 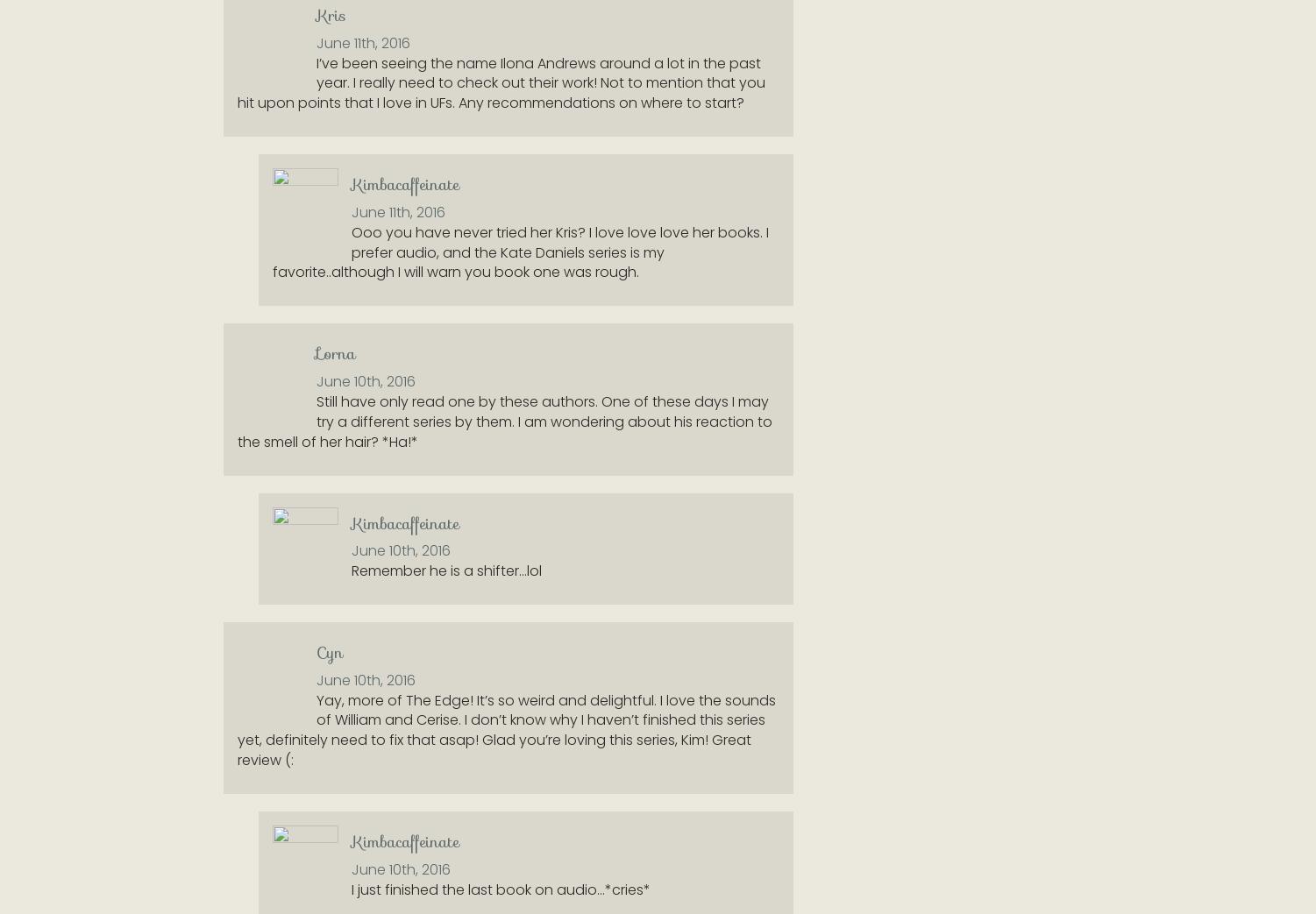 I want to click on 'I’ve been seeing the name Ilona Andrews around a lot in the past year. I really need to check out their work! Not to mention that you hit upon points that I love in UFs. Any recommendations on where to start?', so click(x=502, y=82).